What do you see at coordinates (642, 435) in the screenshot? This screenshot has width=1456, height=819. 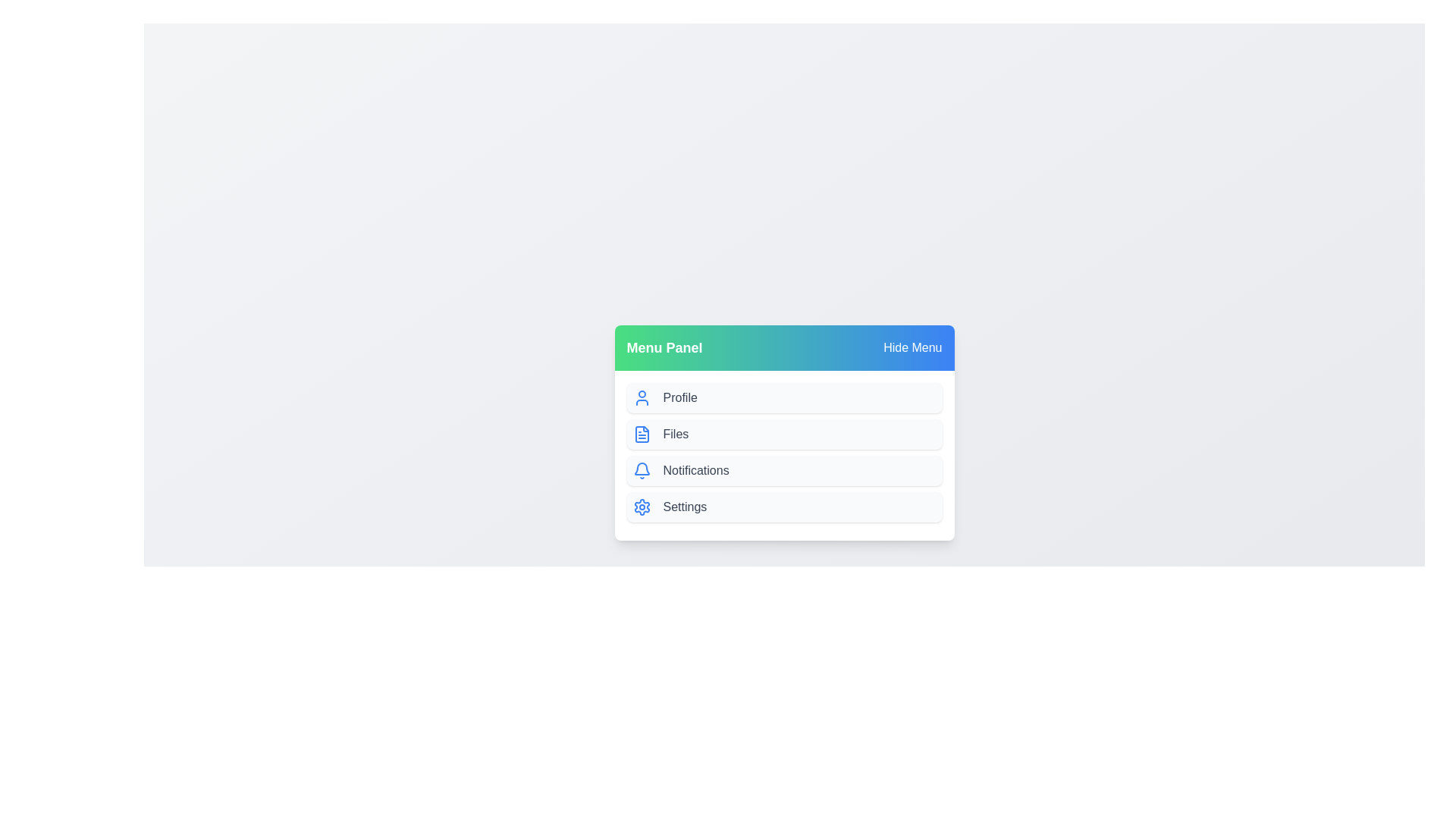 I see `the icon next to the menu item Files` at bounding box center [642, 435].